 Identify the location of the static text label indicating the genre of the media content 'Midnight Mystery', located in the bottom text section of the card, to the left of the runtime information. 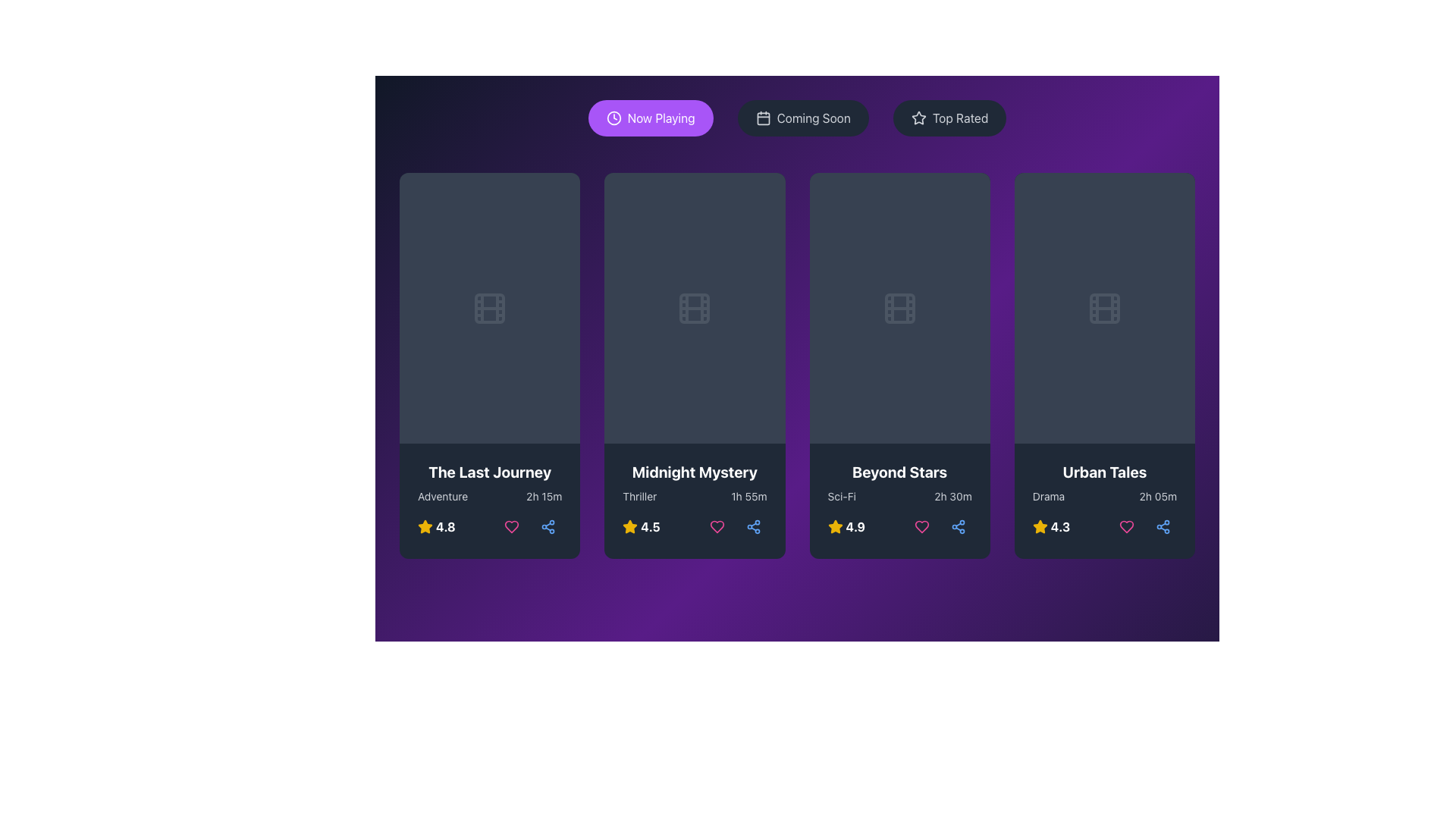
(639, 497).